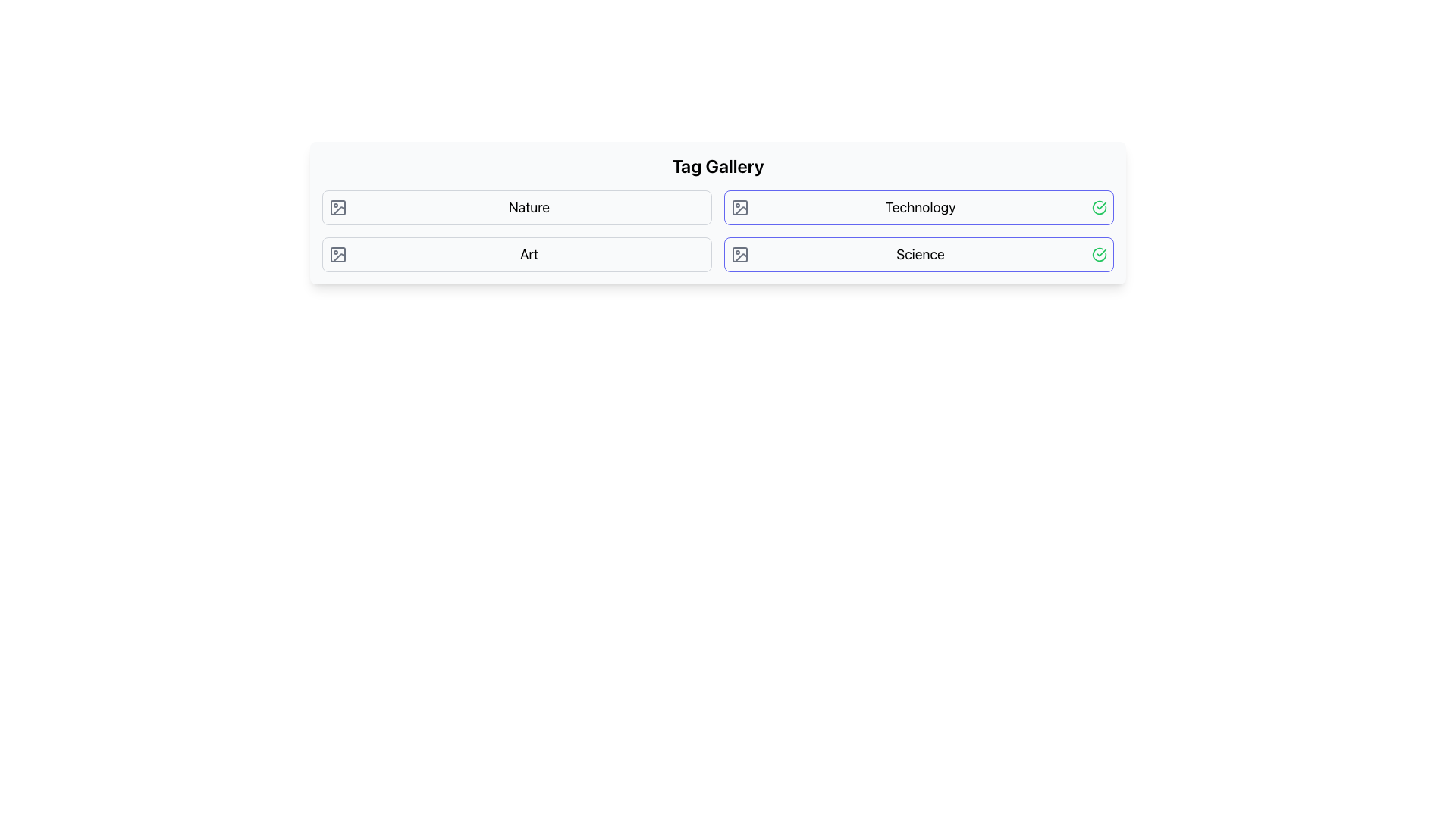  I want to click on the text label displaying 'Technology' which is centrally aligned within a button-like structure, located in the second row under the 'Tag Gallery' heading, flanked by a placeholder image icon on the left and a green checkmark on the right, so click(920, 207).